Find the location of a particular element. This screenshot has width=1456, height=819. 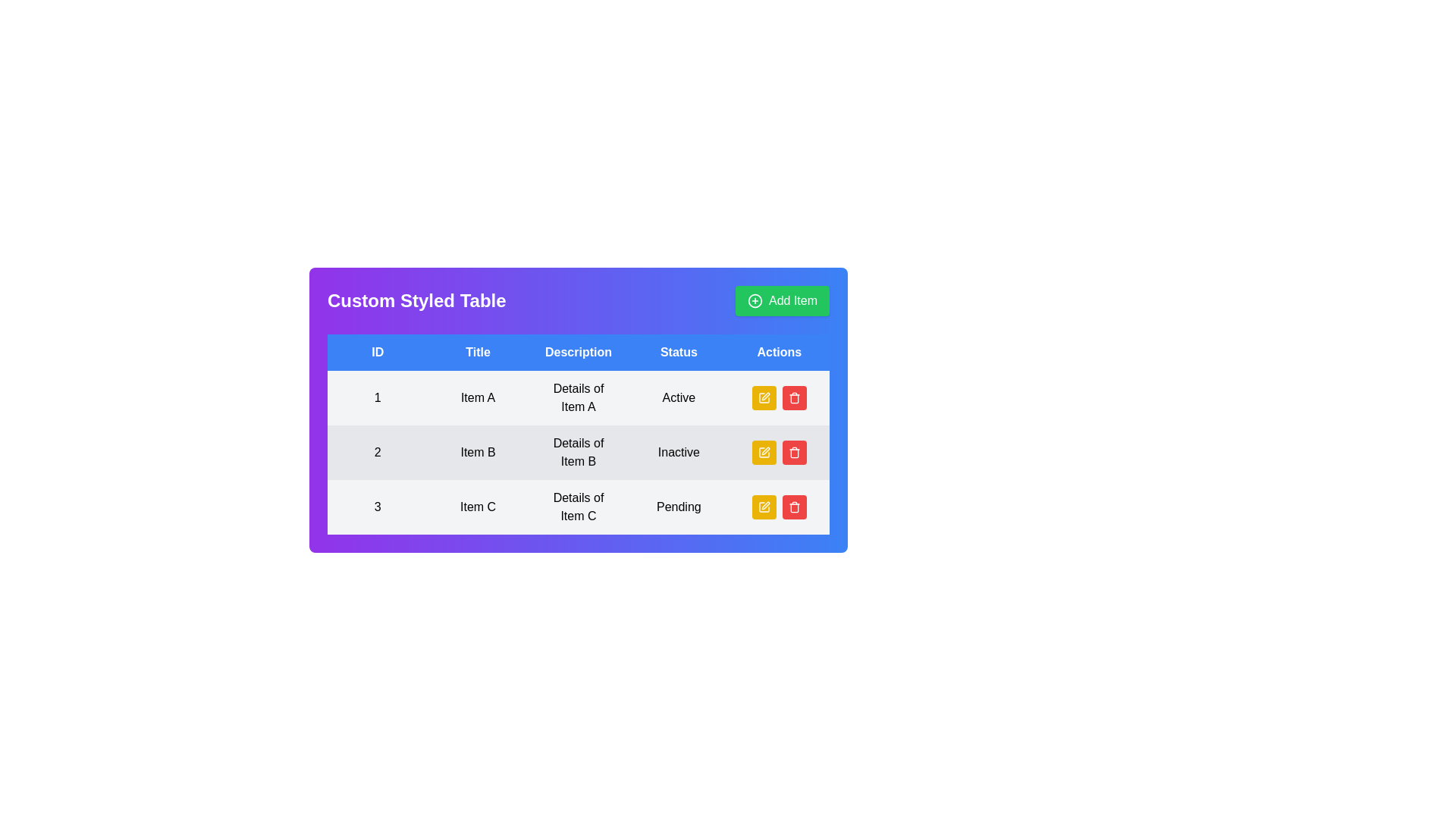

the 'Inactive' text label in the fourth column of the second row of the table, which indicates the status of 'Item B' is located at coordinates (678, 452).